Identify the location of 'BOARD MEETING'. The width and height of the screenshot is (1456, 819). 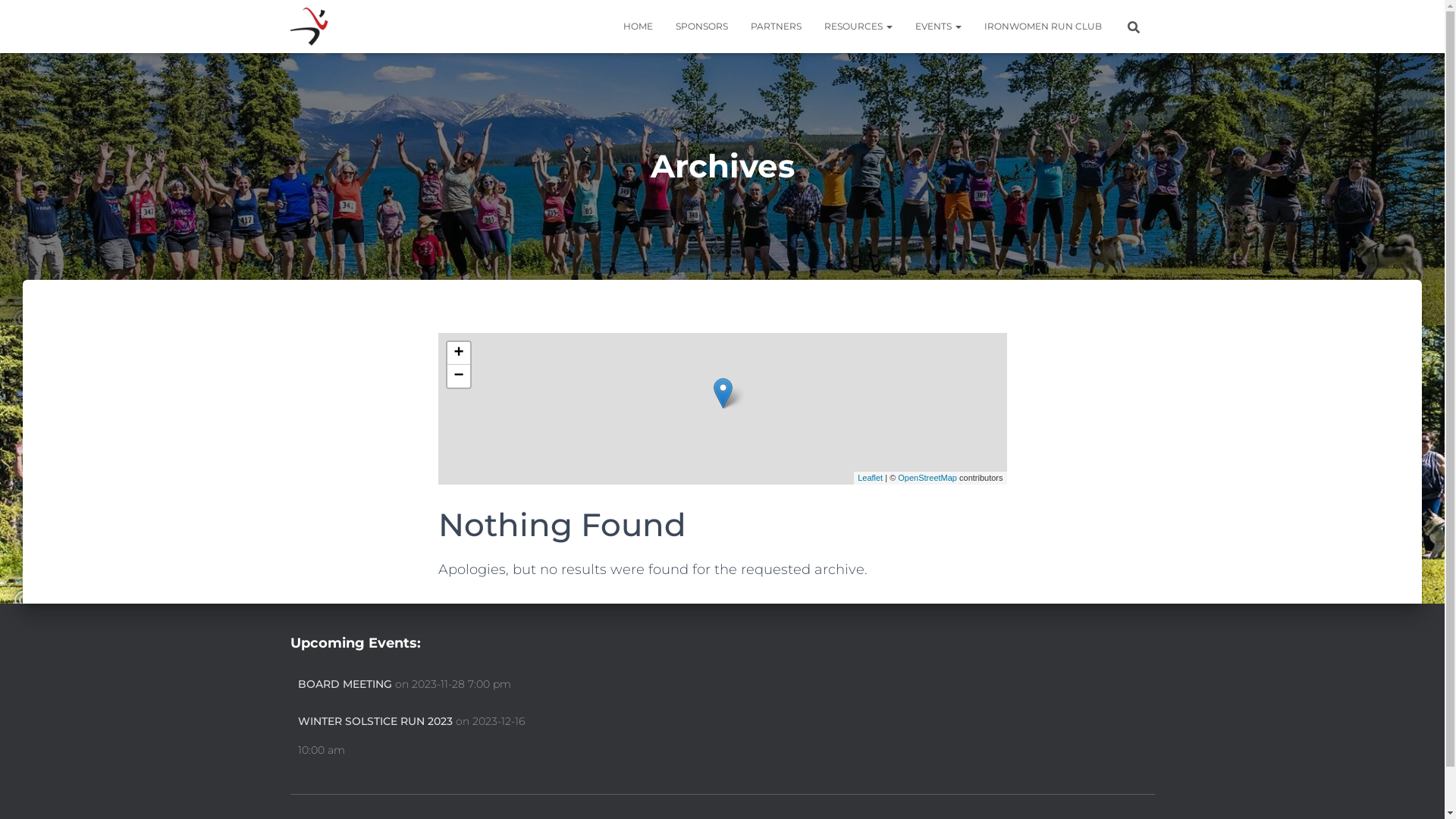
(344, 684).